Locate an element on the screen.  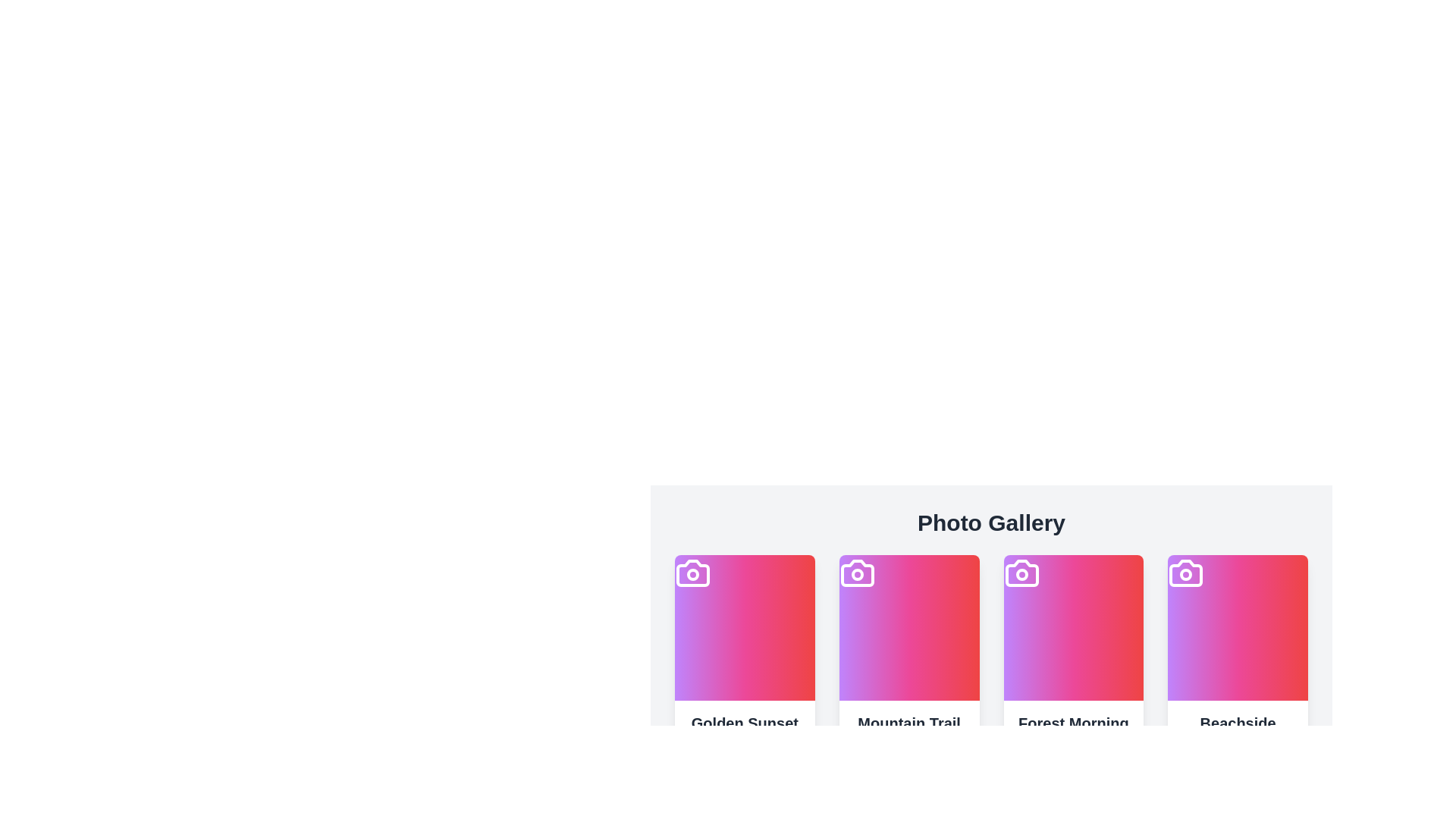
the visual indicator icon for photo actions located at the top center of the fourth card in the photo gallery section is located at coordinates (1185, 573).